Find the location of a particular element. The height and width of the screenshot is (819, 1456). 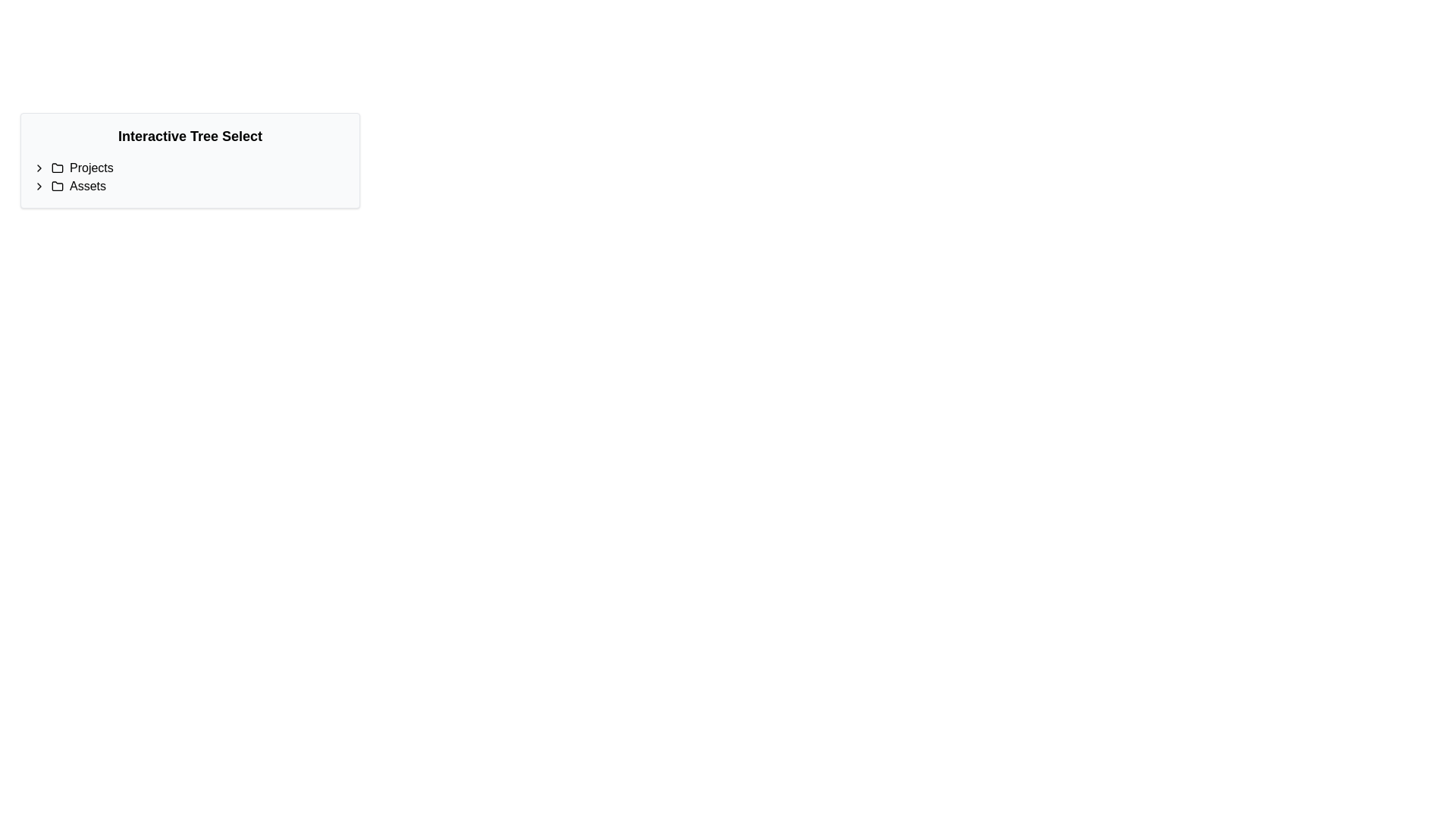

the text label reading 'Projects' located beneath the heading 'Interactive Tree Select' is located at coordinates (90, 168).